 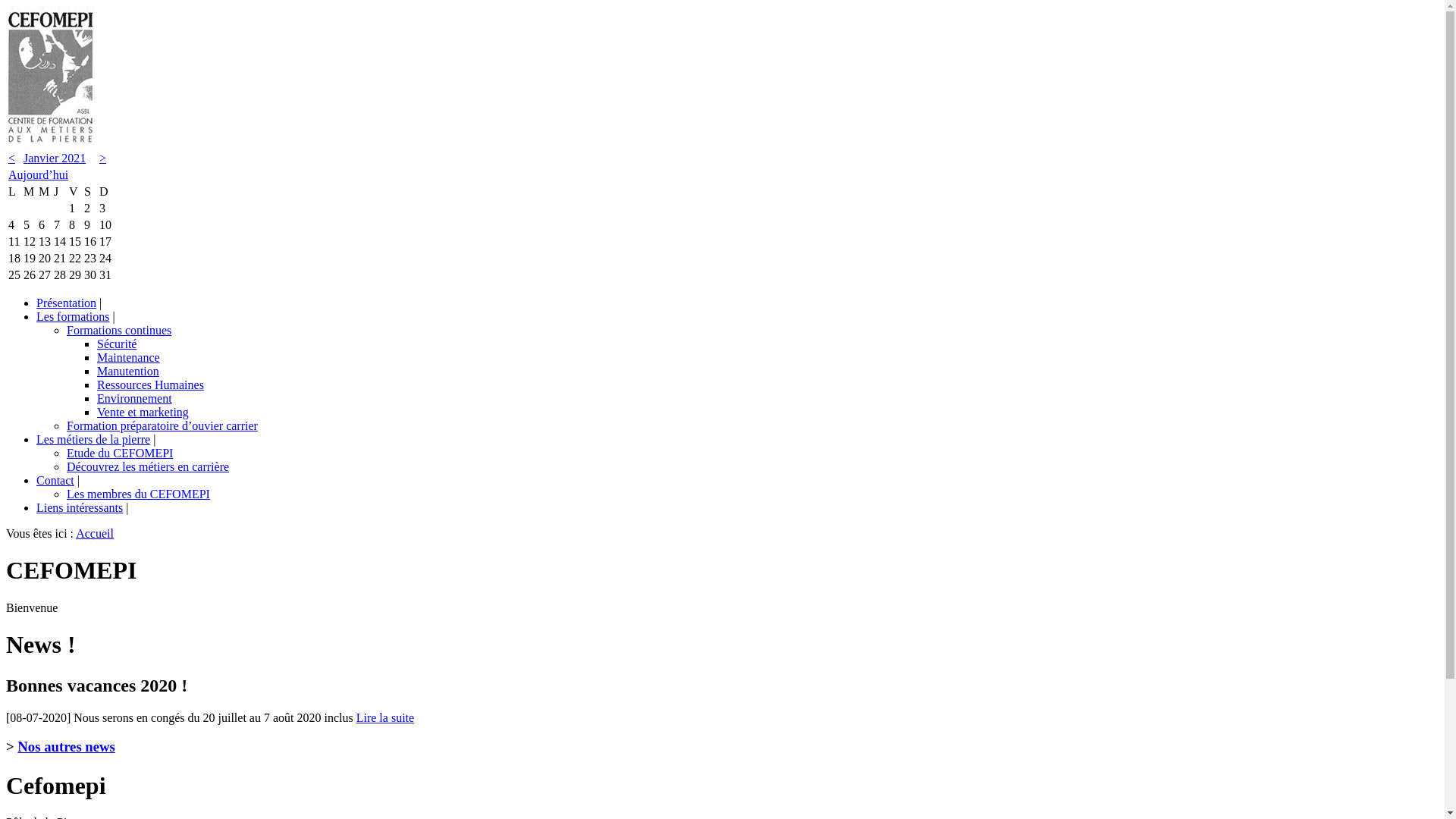 What do you see at coordinates (65, 452) in the screenshot?
I see `'Etude du CEFOMEPI'` at bounding box center [65, 452].